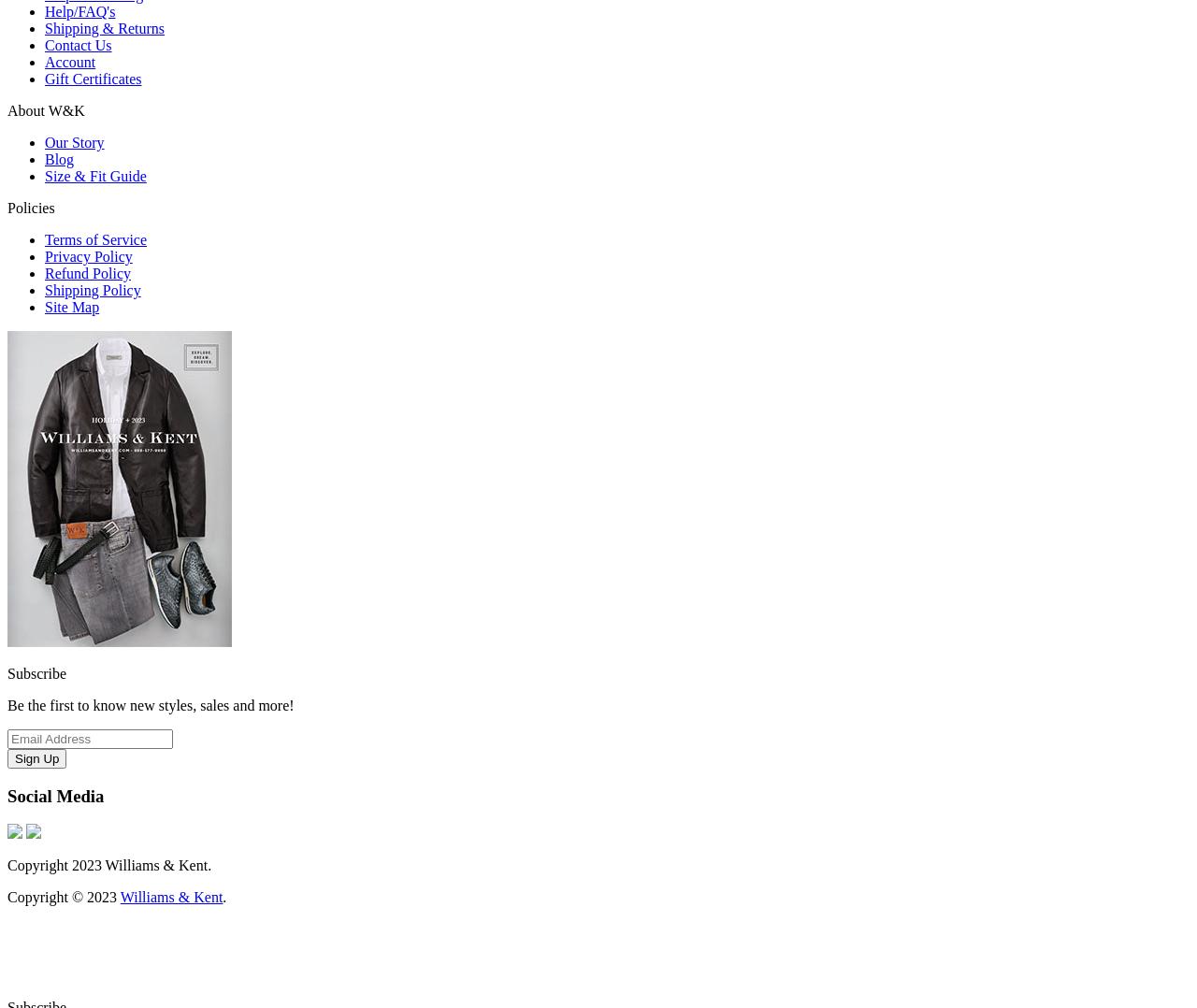  I want to click on 'Our Story', so click(74, 141).